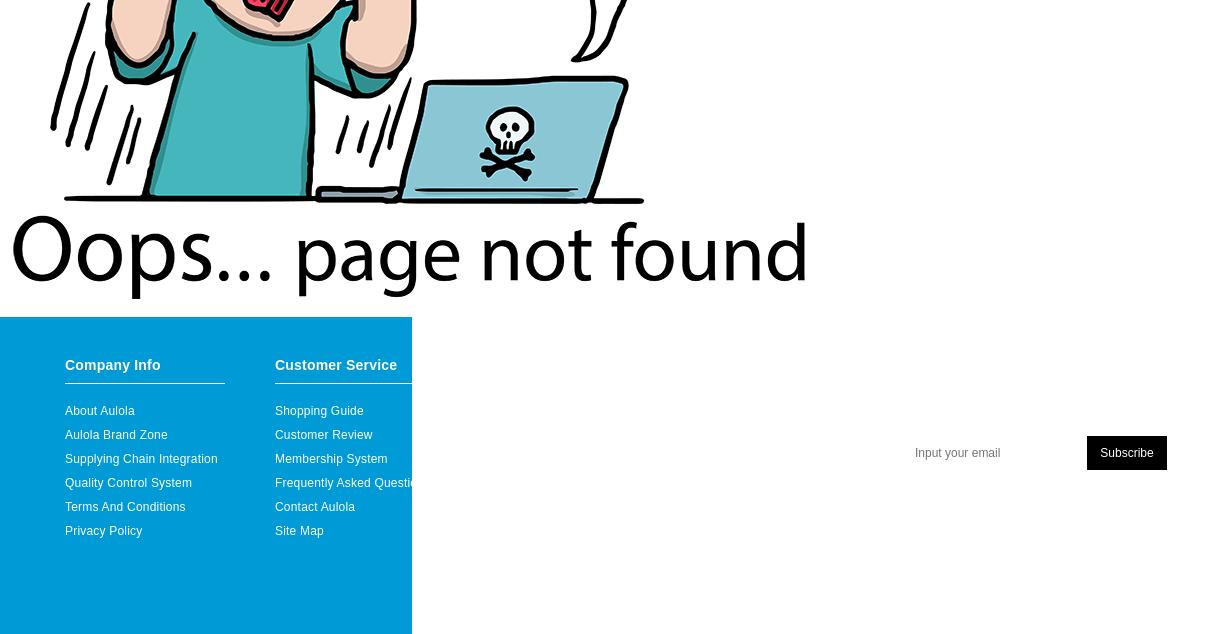 Image resolution: width=1230 pixels, height=634 pixels. I want to click on 'Customer Review', so click(322, 433).